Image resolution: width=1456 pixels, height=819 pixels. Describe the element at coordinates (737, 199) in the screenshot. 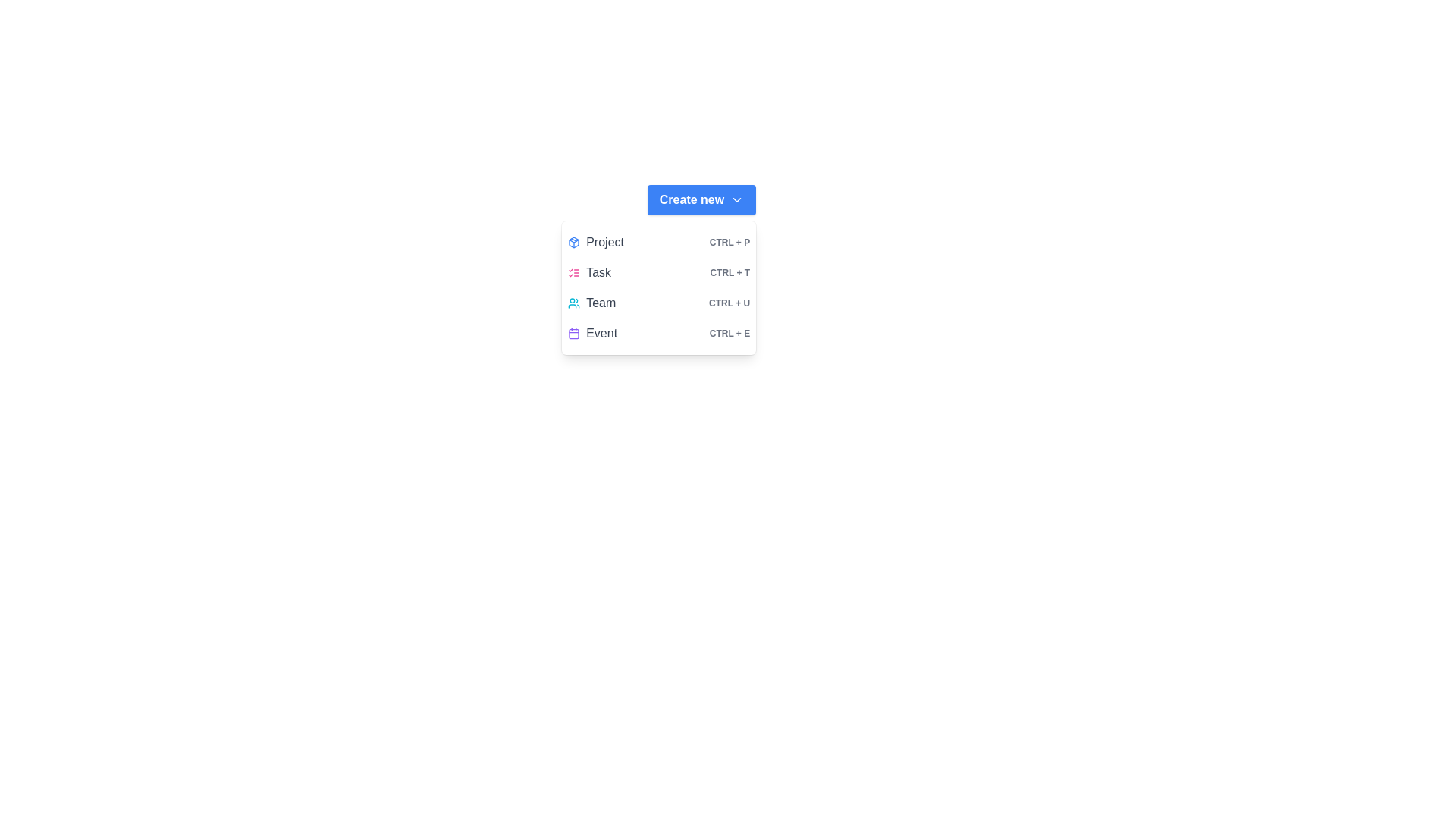

I see `the Dropdown indicator icon, which is the chevron located at the rightmost side of the 'Create new' button, to interact with its visual state` at that location.